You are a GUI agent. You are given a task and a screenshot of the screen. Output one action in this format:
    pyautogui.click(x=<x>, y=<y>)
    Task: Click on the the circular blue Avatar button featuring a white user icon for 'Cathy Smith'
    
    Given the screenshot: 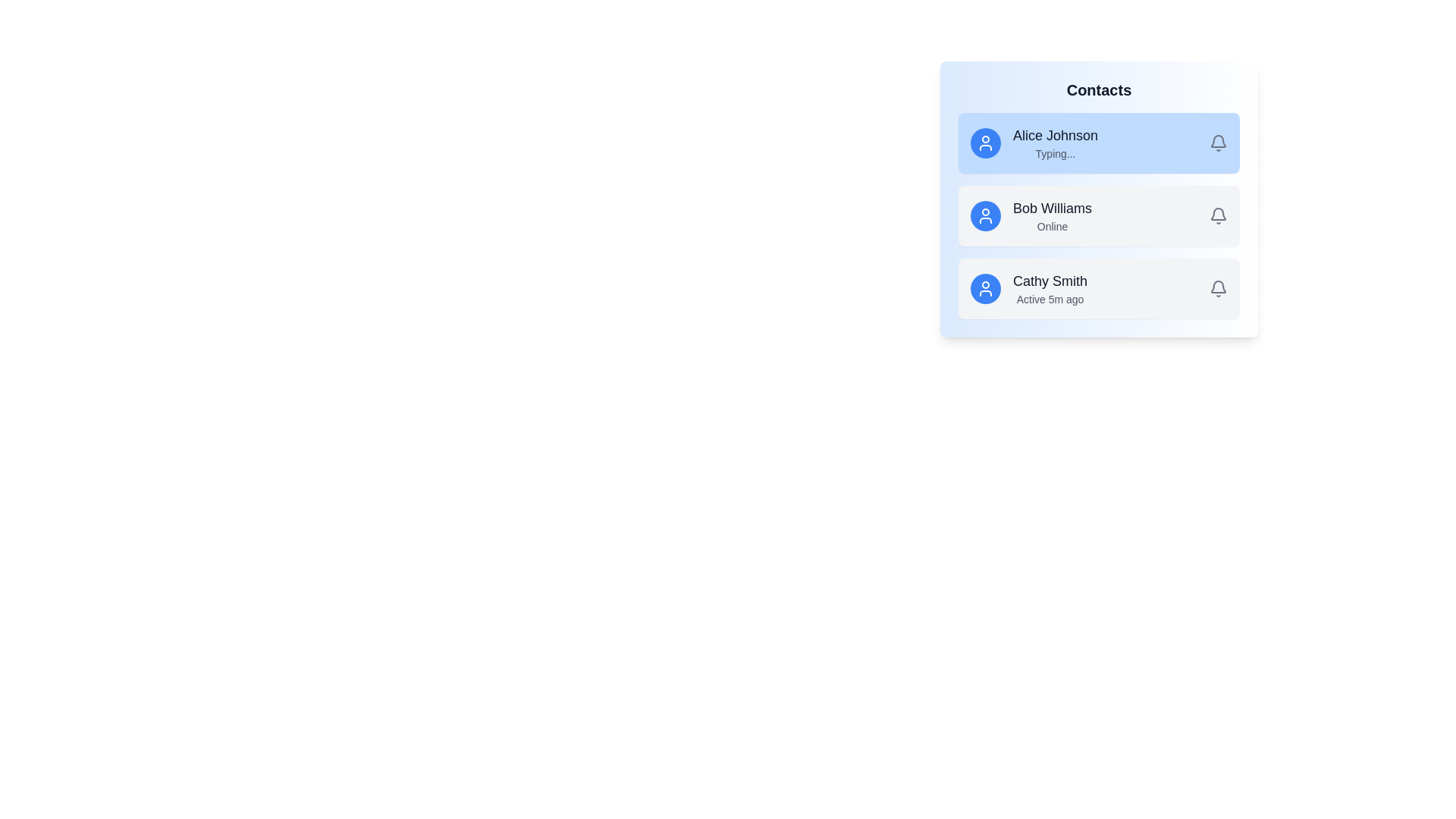 What is the action you would take?
    pyautogui.click(x=986, y=289)
    